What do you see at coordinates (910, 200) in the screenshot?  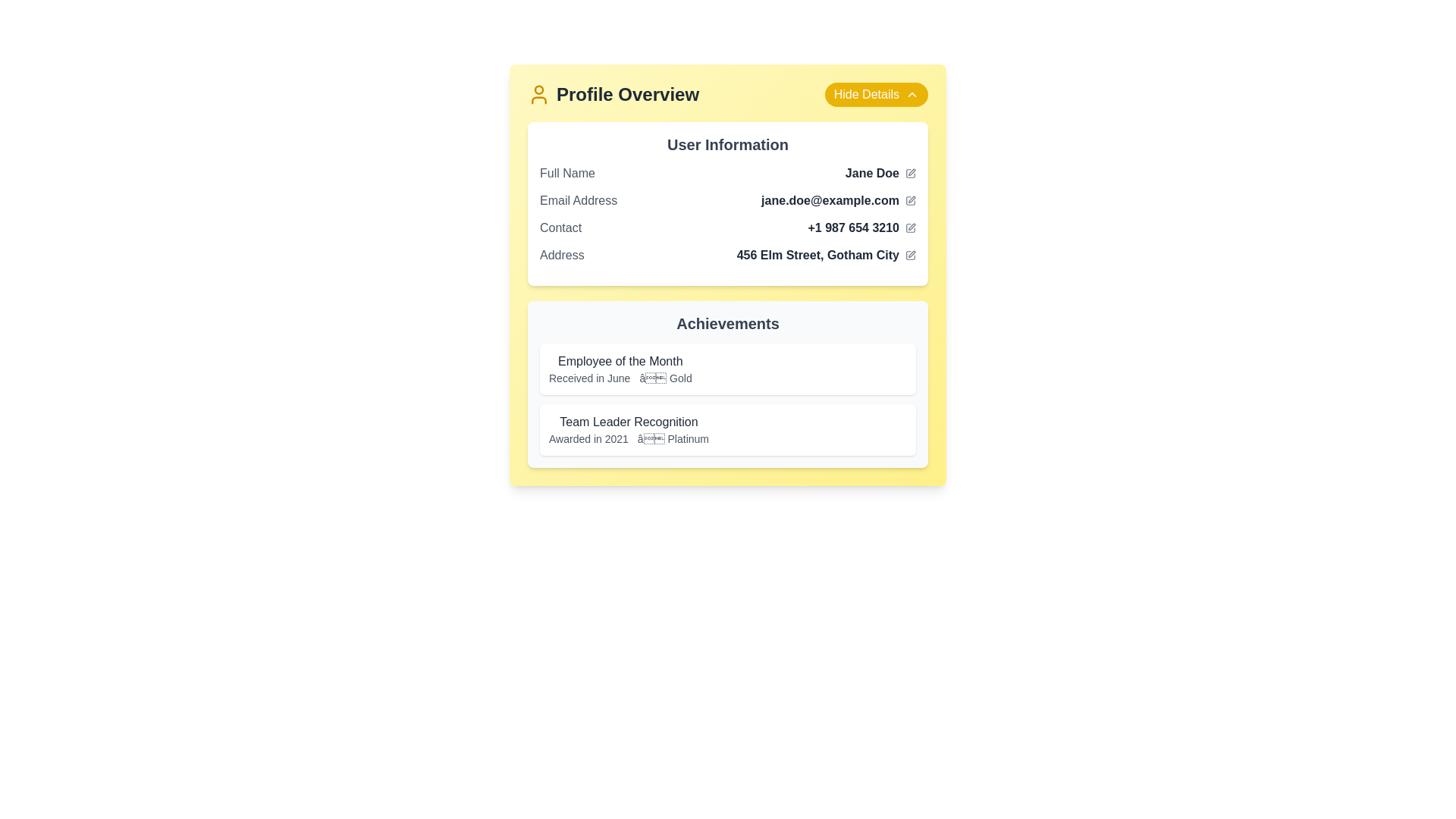 I see `the editing icon located to the immediate right of the email address text in the 'Email Address' row under the 'User Information' section to initiate editing mode` at bounding box center [910, 200].